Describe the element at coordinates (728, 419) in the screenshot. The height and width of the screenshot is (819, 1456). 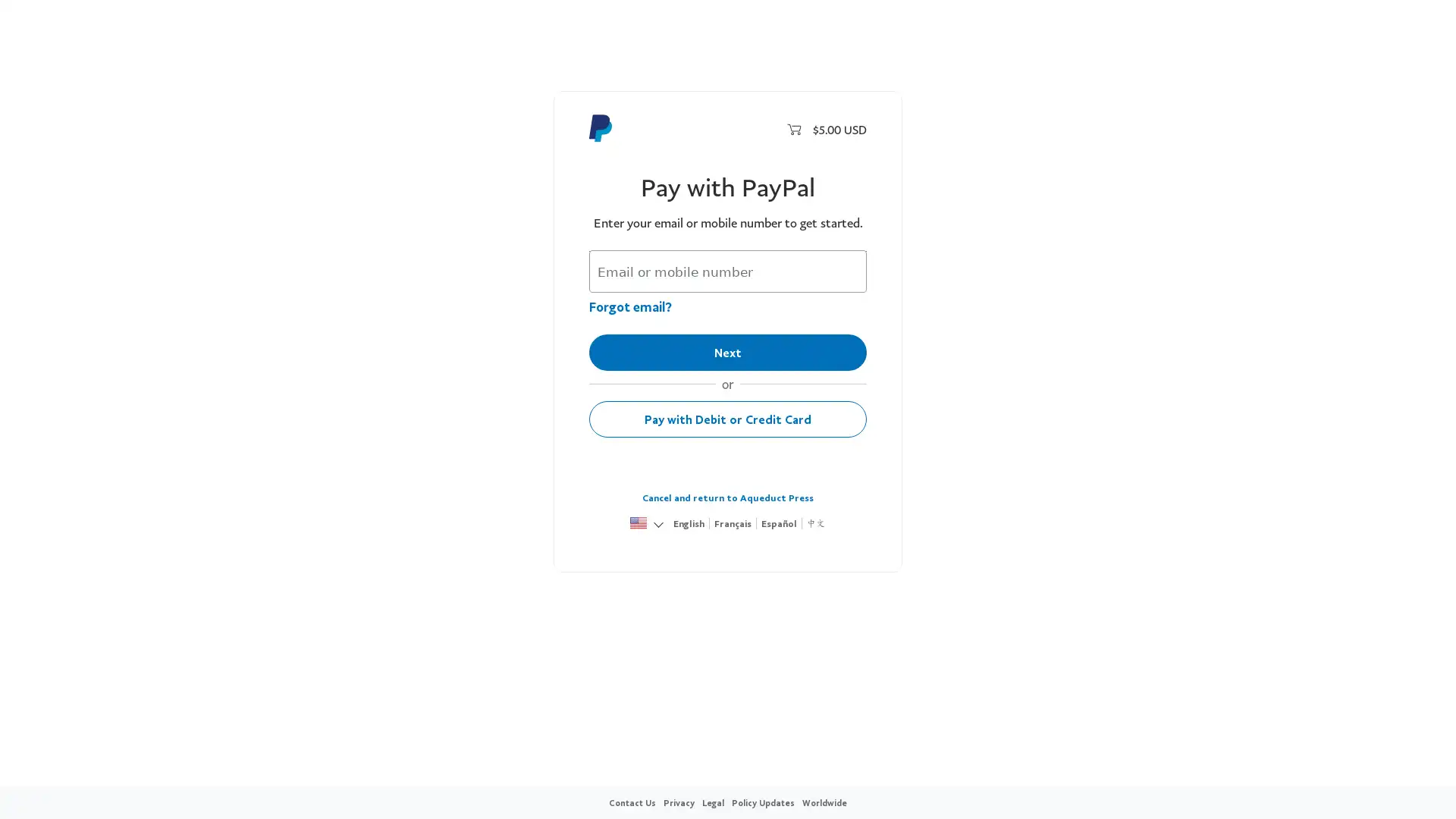
I see `Pay with Debit or Credit Card` at that location.